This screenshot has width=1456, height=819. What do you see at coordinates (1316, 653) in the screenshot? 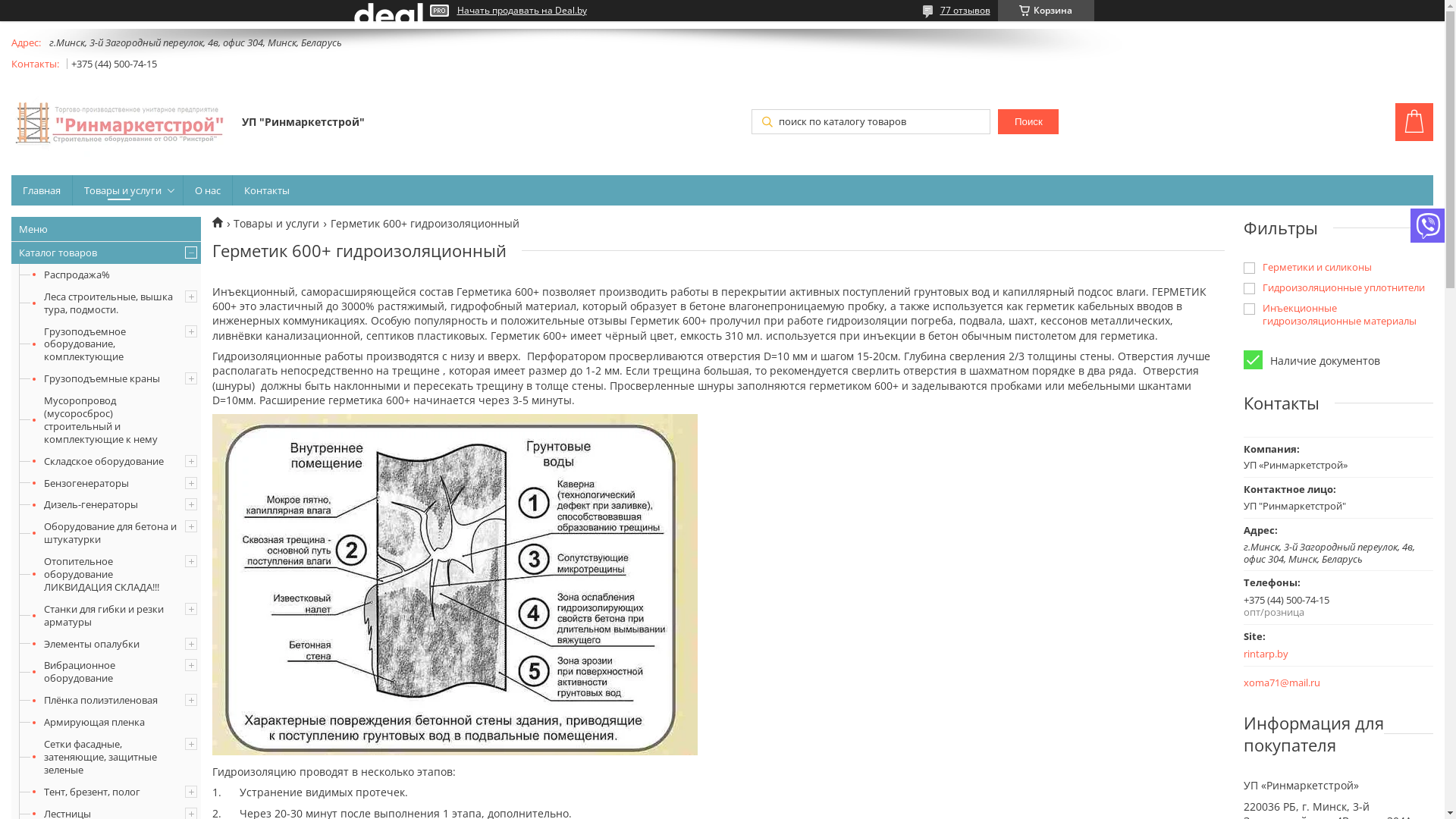
I see `'rintarp.by'` at bounding box center [1316, 653].